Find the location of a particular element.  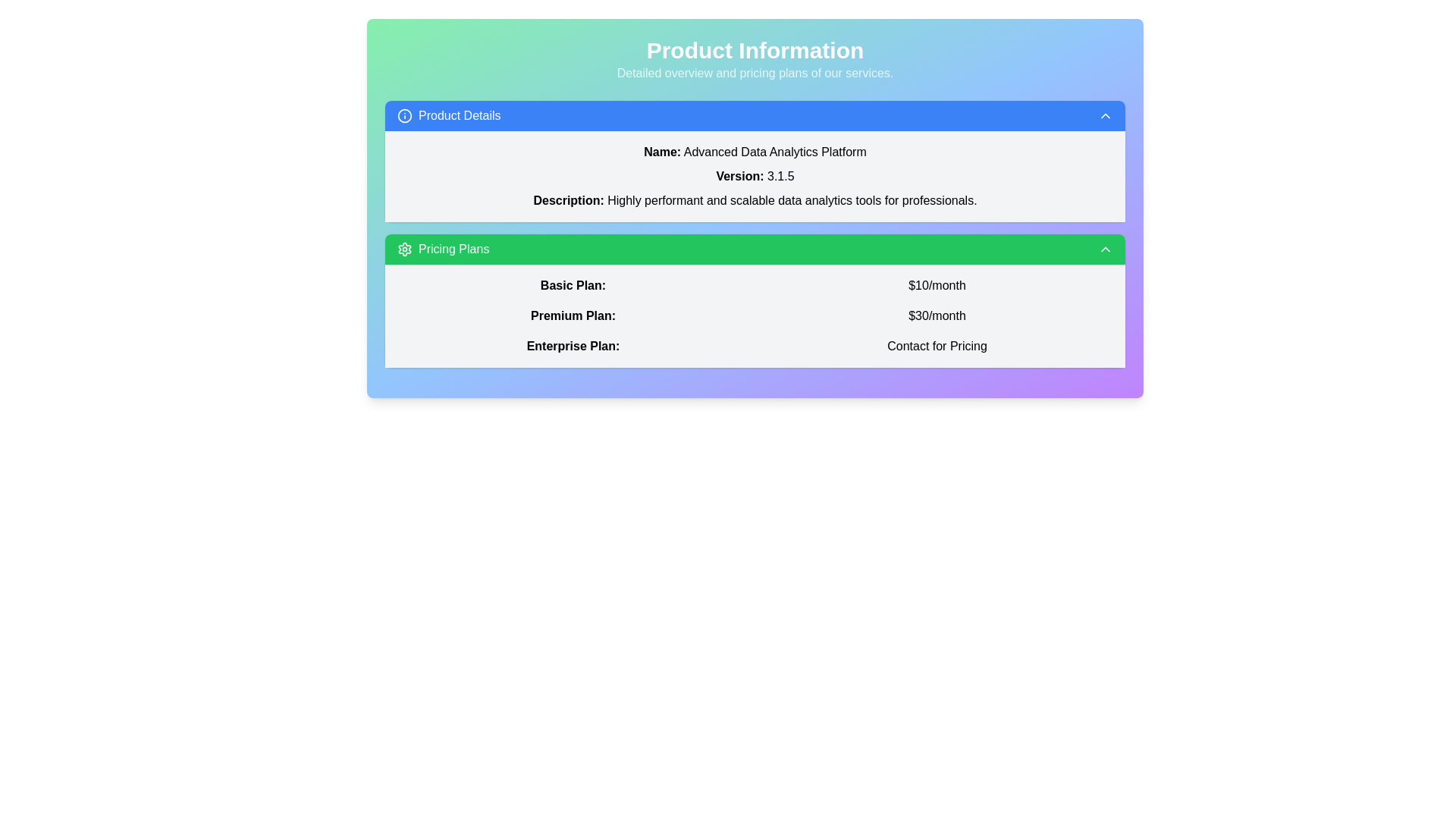

the SVG circle icon located within the 'Product Details' section, which is visually represented in alignment with the blue header is located at coordinates (404, 115).